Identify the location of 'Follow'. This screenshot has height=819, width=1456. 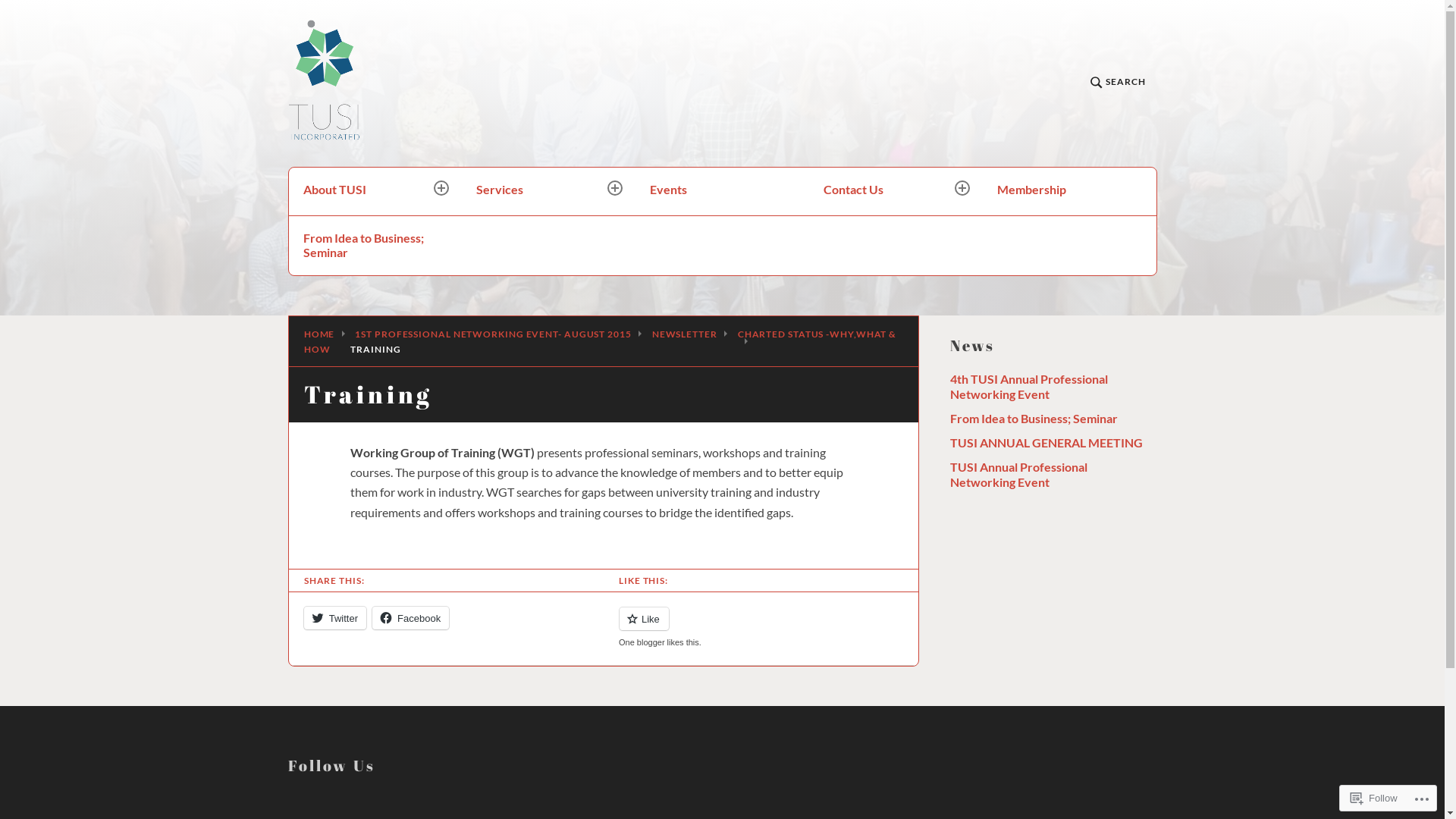
(1374, 797).